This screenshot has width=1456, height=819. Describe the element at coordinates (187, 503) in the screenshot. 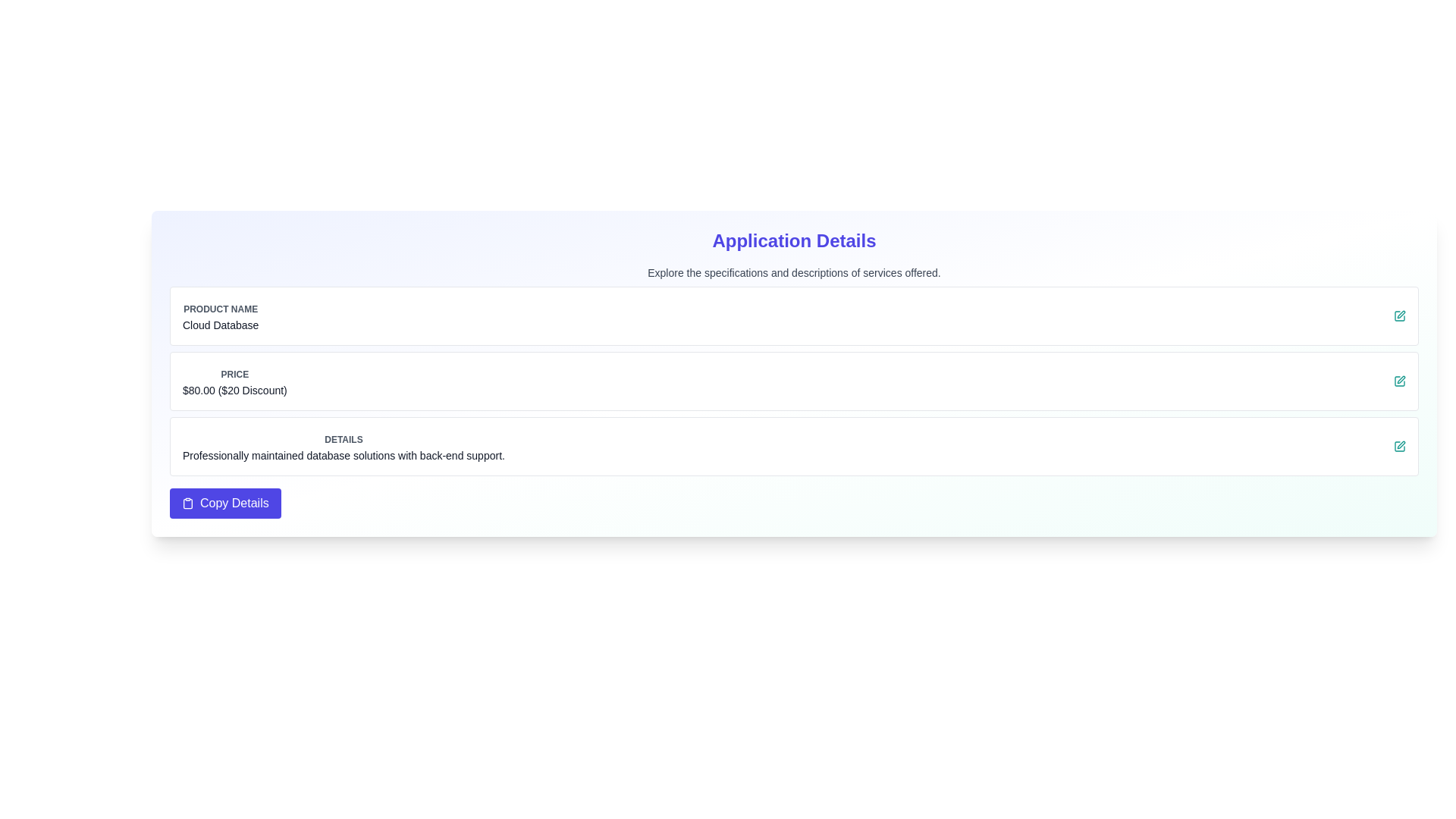

I see `the 'Copy Details' button icon located at the bottom left corner of the form, which visually indicates the function of copying associated details` at that location.